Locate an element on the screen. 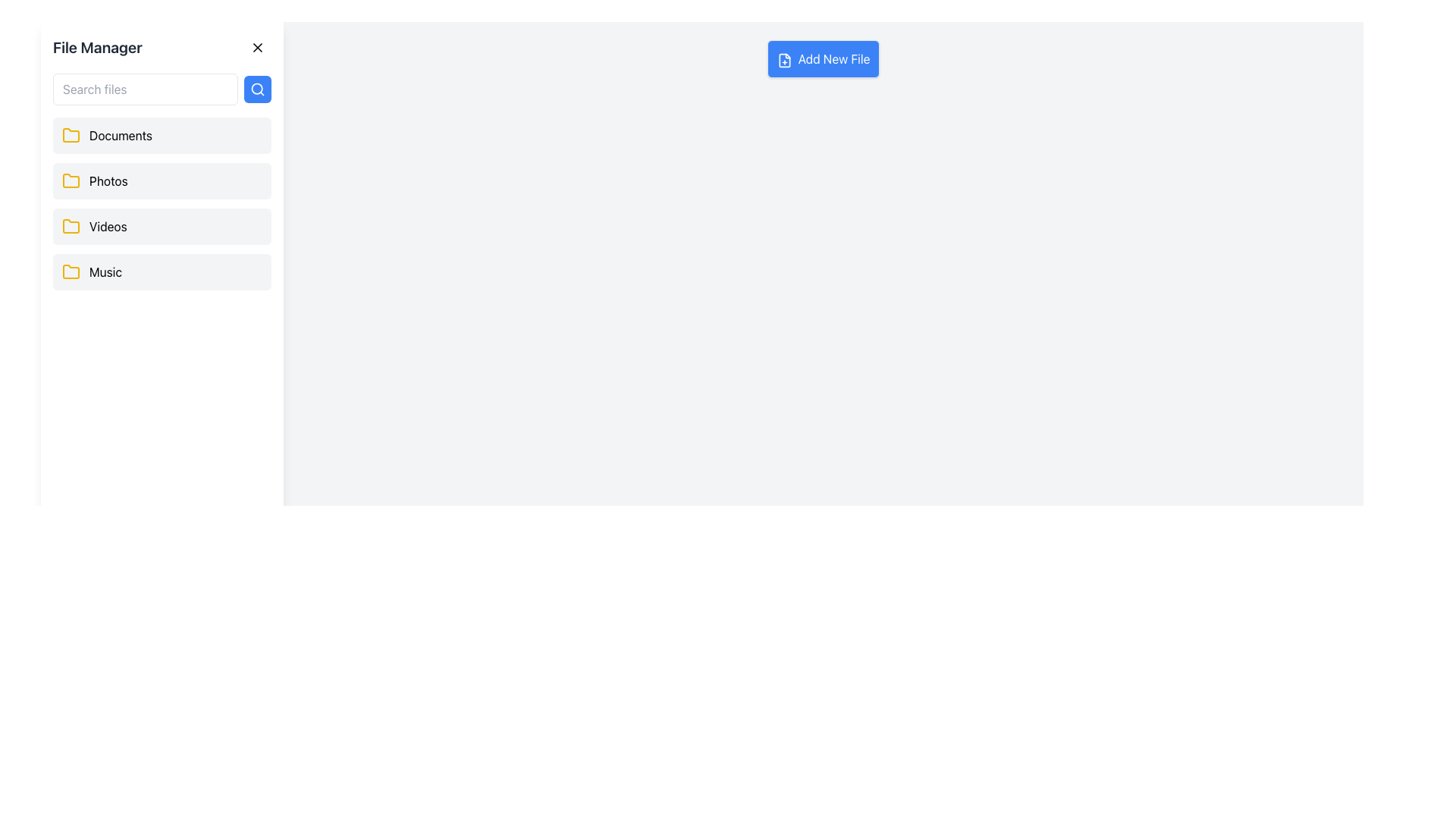  the Close Icon located in the top right corner of the left sidebar panel is located at coordinates (258, 46).